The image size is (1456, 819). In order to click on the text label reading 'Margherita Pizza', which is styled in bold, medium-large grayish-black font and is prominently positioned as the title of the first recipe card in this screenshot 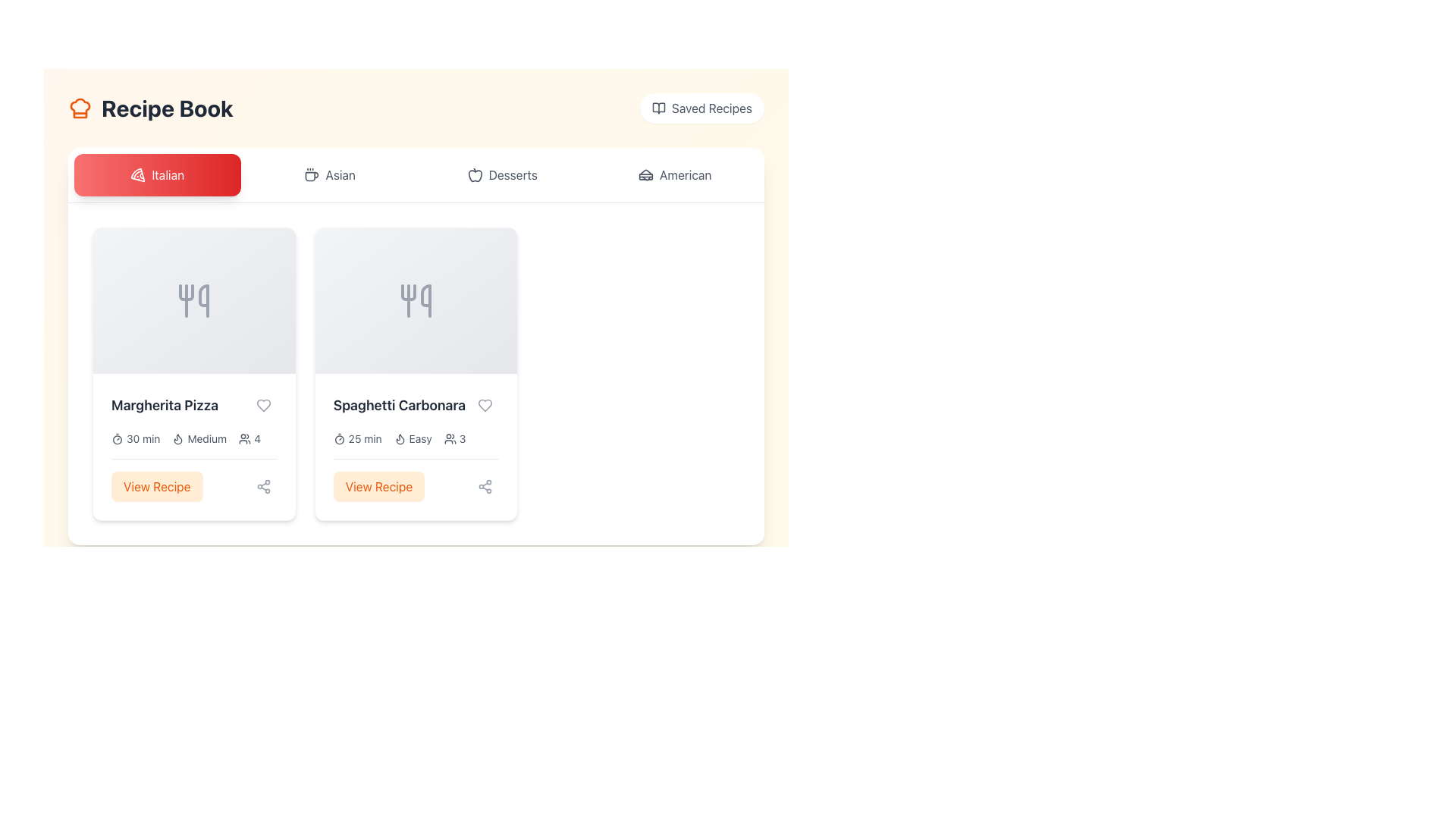, I will do `click(165, 405)`.